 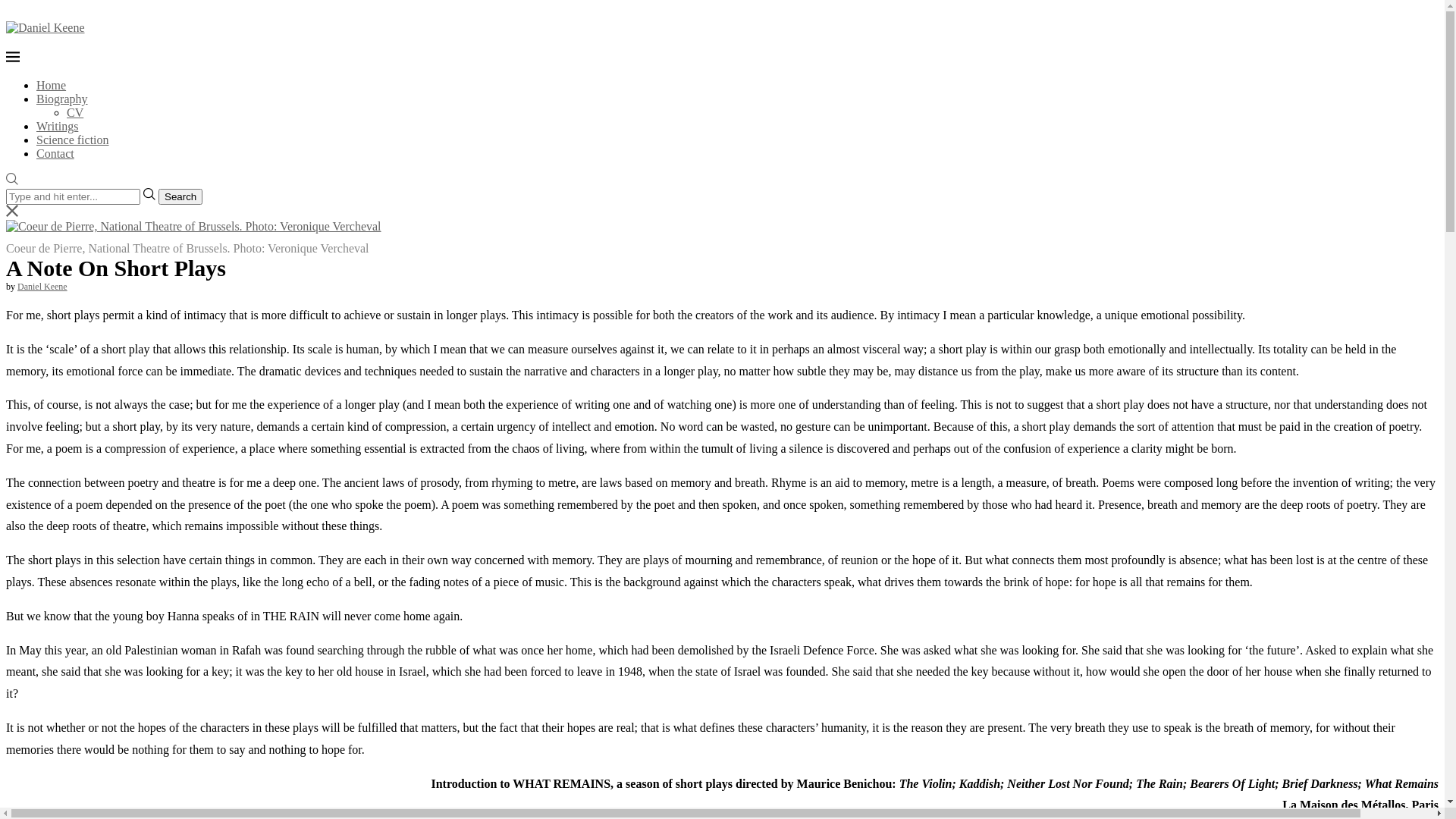 What do you see at coordinates (180, 196) in the screenshot?
I see `'Search'` at bounding box center [180, 196].